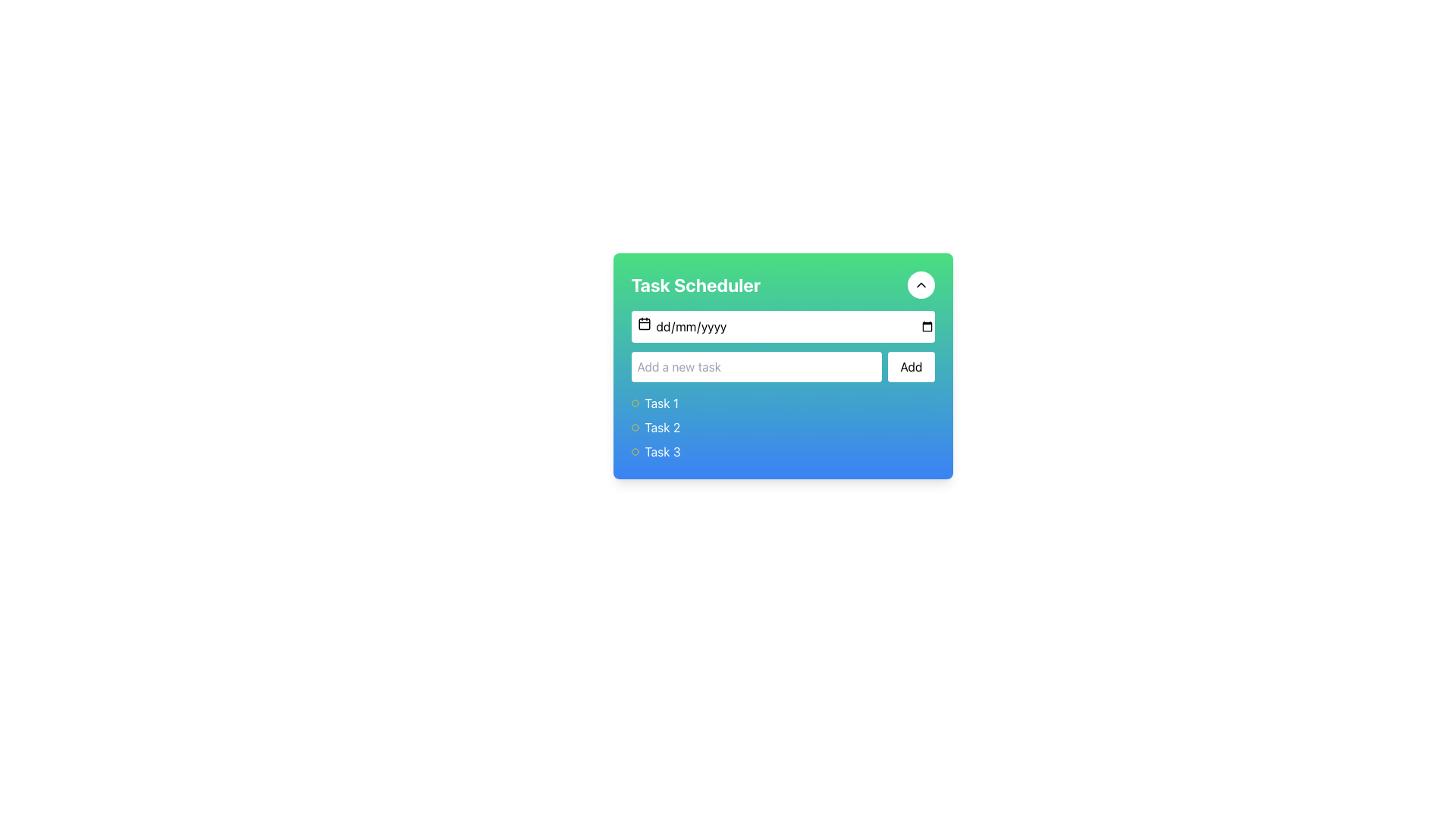  Describe the element at coordinates (920, 284) in the screenshot. I see `the circular button with a white background and black upward arrow icon located in the top-right section of the 'Task Scheduler' header` at that location.